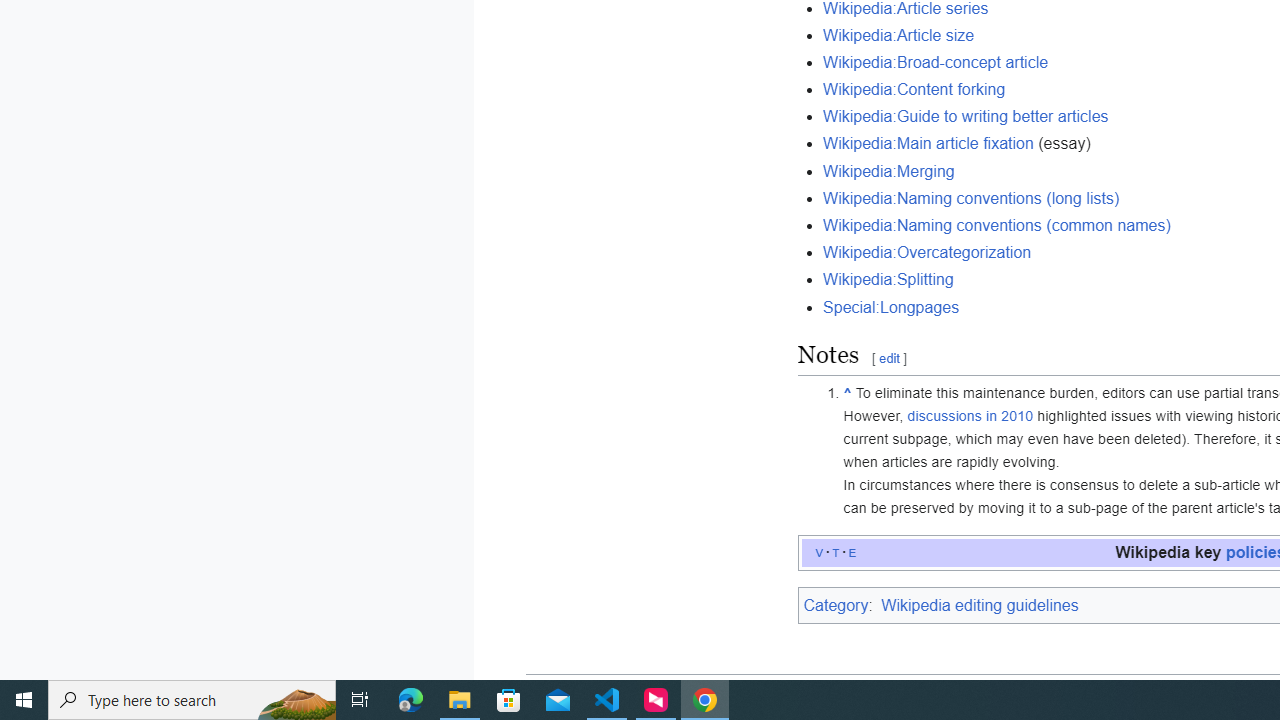  Describe the element at coordinates (898, 34) in the screenshot. I see `'Wikipedia:Article size'` at that location.